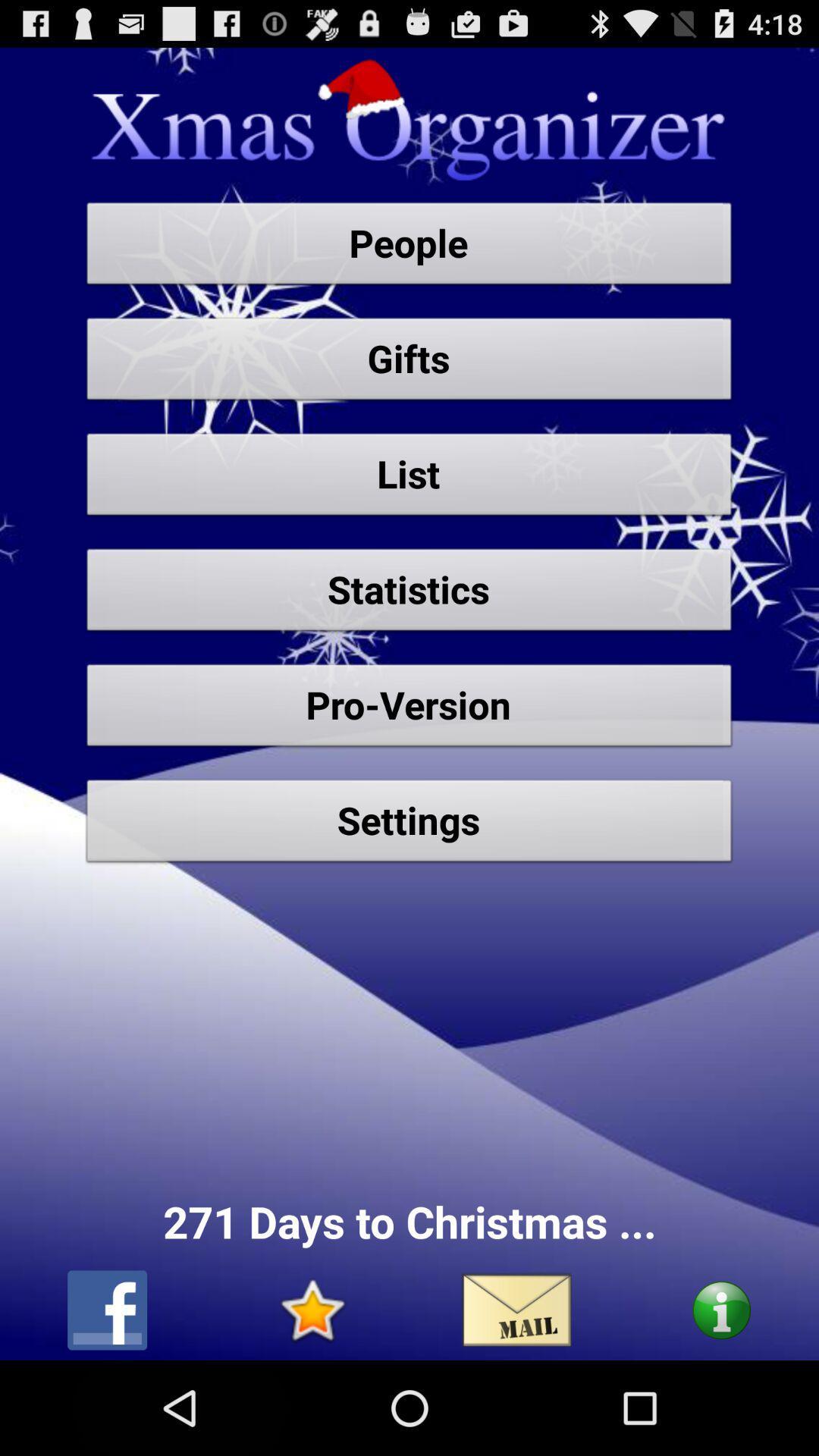  Describe the element at coordinates (106, 1401) in the screenshot. I see `the facebook icon` at that location.